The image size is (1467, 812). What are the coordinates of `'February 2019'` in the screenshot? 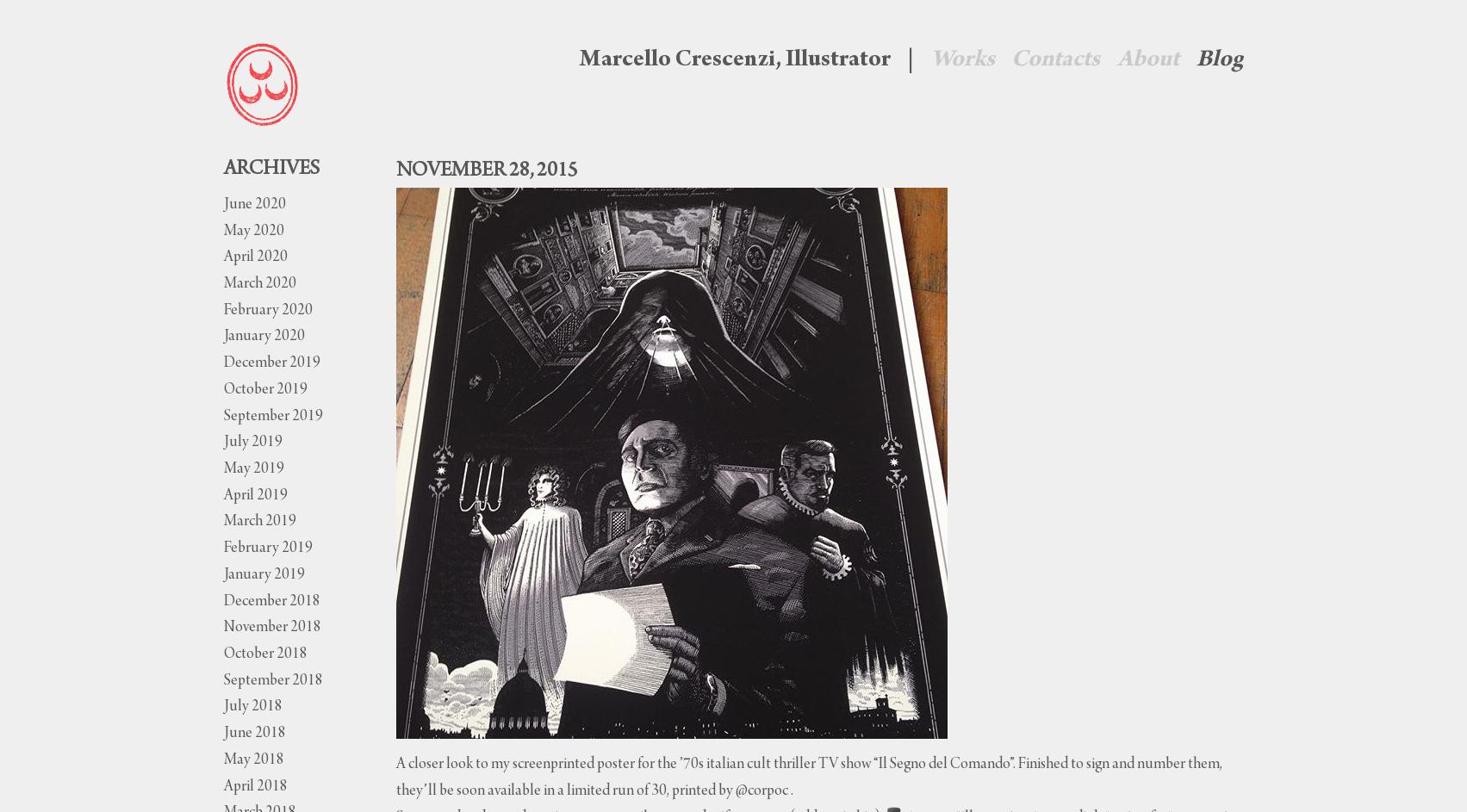 It's located at (266, 549).